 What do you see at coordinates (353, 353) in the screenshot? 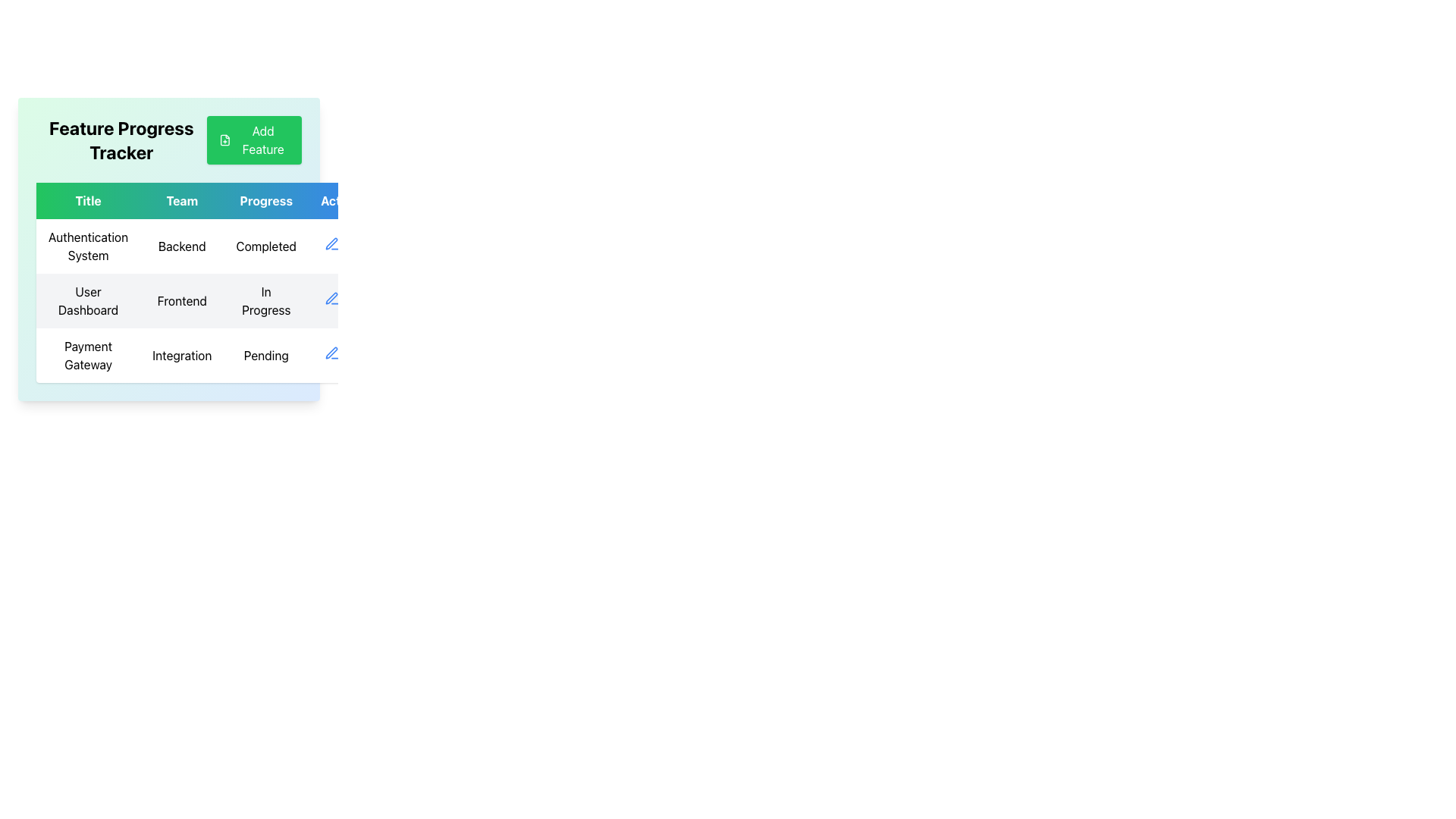
I see `the delete button located in the last row of the table under the 'Action' column, to the right of the 'Pending' progress status` at bounding box center [353, 353].